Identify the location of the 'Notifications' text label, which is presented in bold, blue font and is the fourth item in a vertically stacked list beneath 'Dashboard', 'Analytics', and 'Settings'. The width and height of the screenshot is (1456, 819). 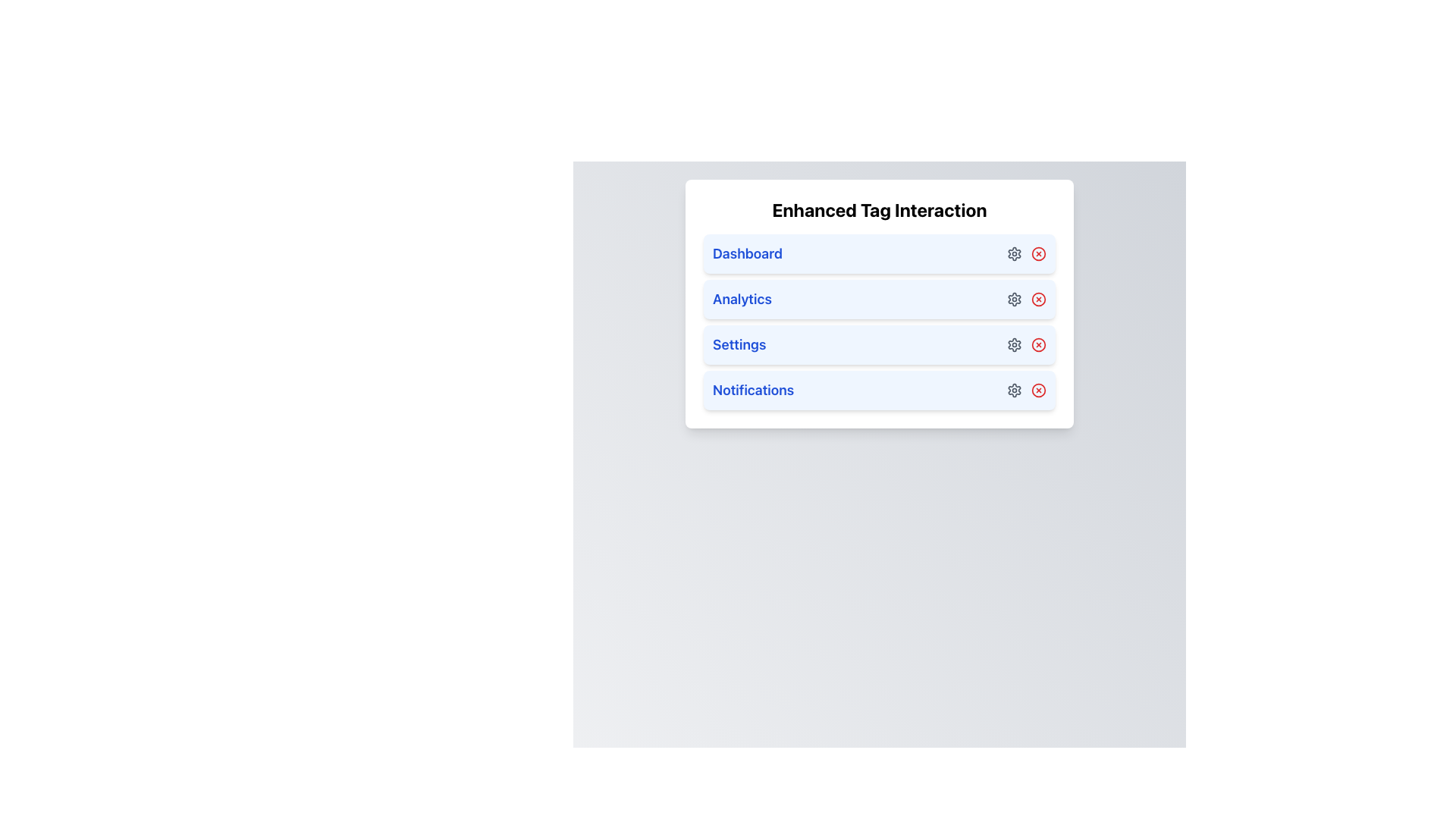
(753, 390).